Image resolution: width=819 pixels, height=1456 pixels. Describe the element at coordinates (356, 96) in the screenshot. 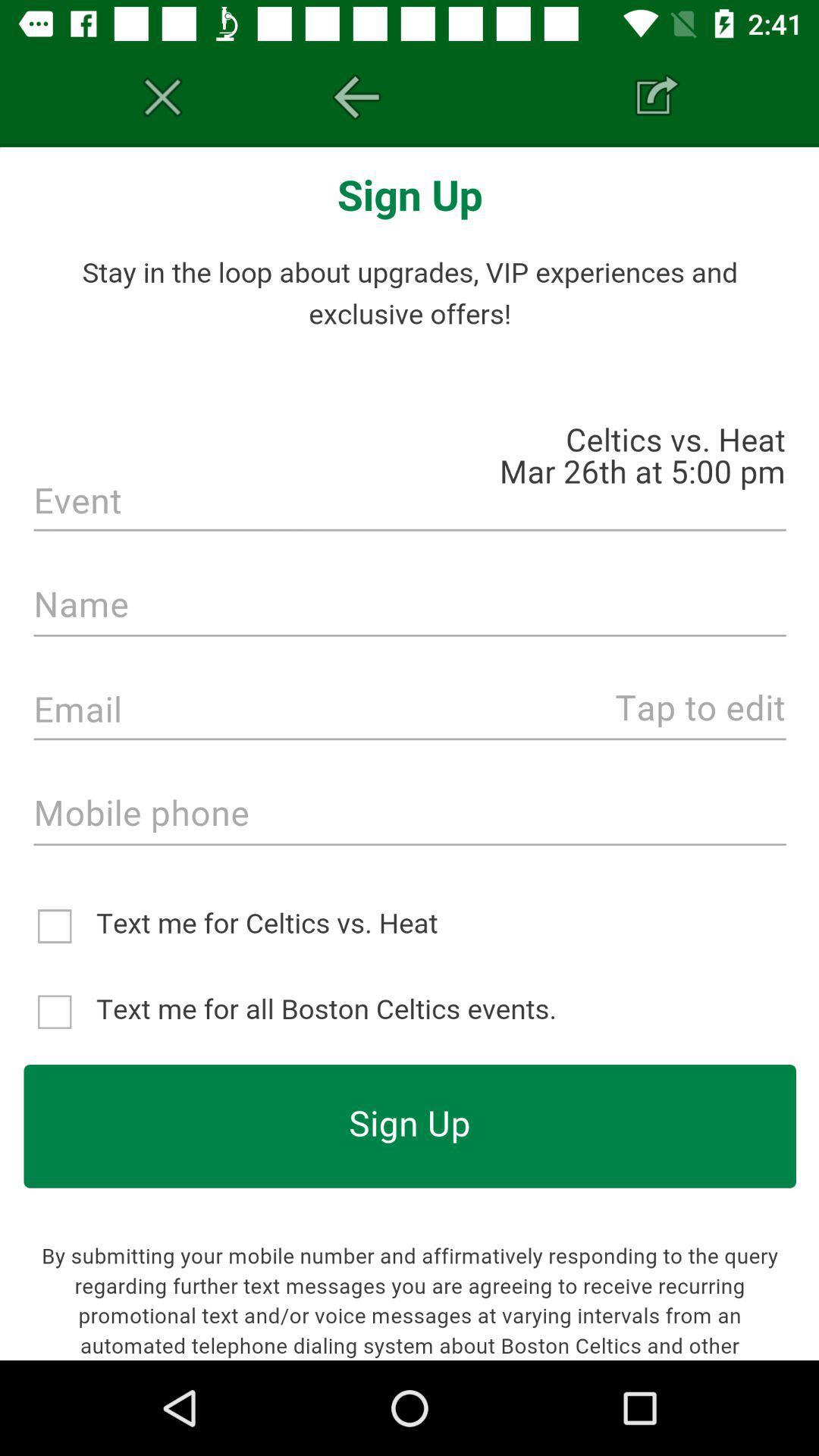

I see `back button` at that location.